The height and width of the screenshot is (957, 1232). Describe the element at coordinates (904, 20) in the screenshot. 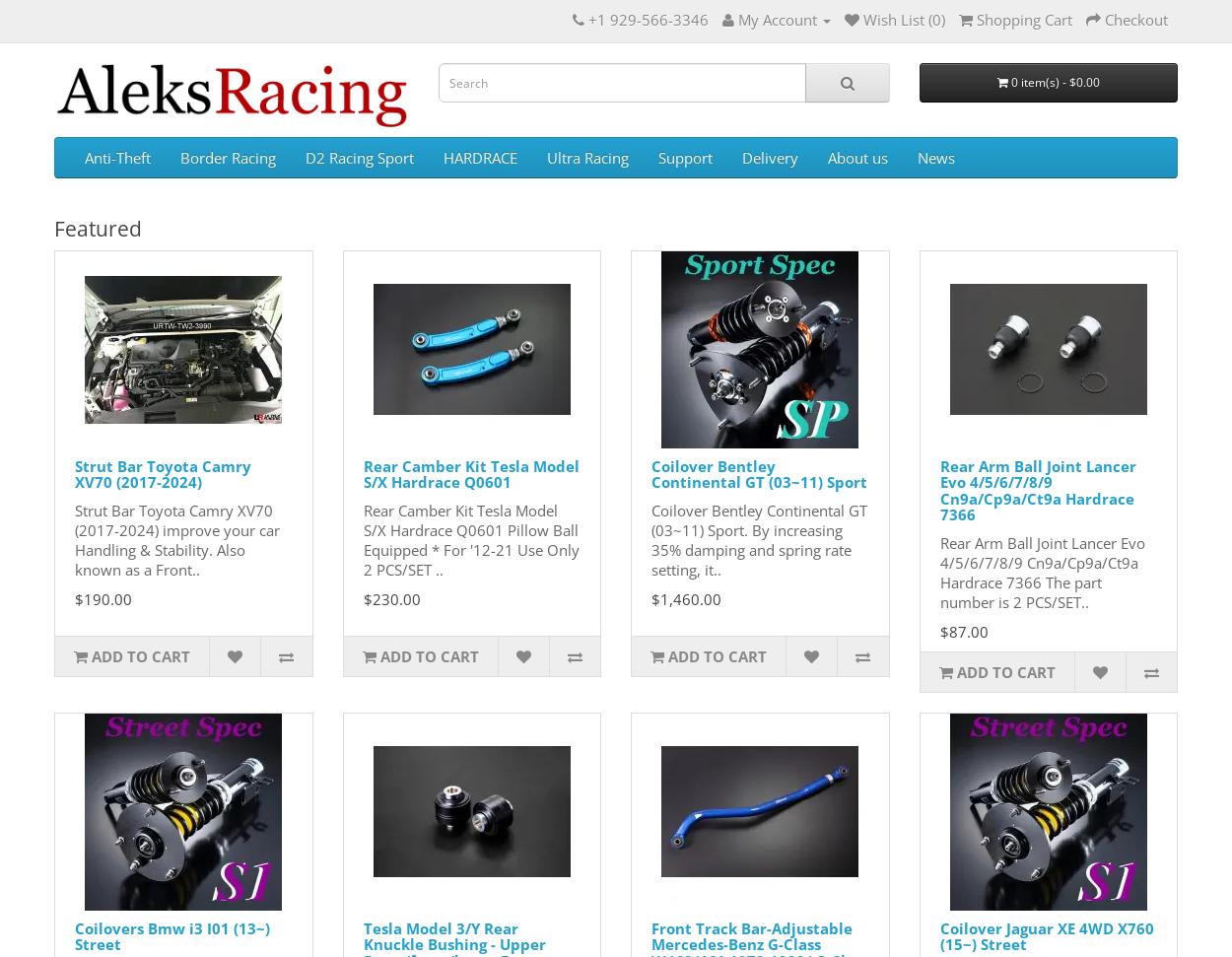

I see `'Wish List (0)'` at that location.